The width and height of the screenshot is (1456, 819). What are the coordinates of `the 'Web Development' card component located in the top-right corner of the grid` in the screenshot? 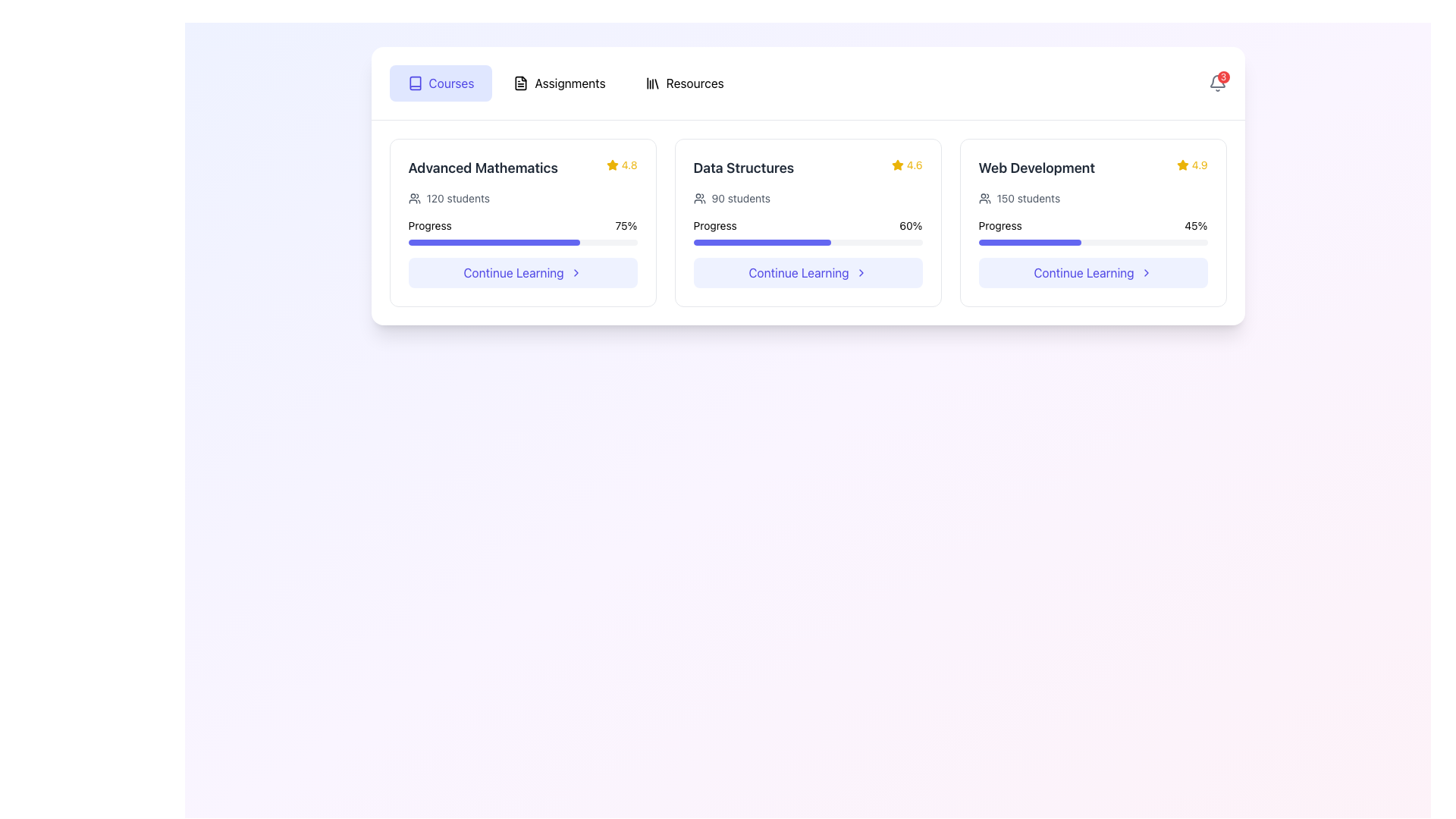 It's located at (1093, 222).